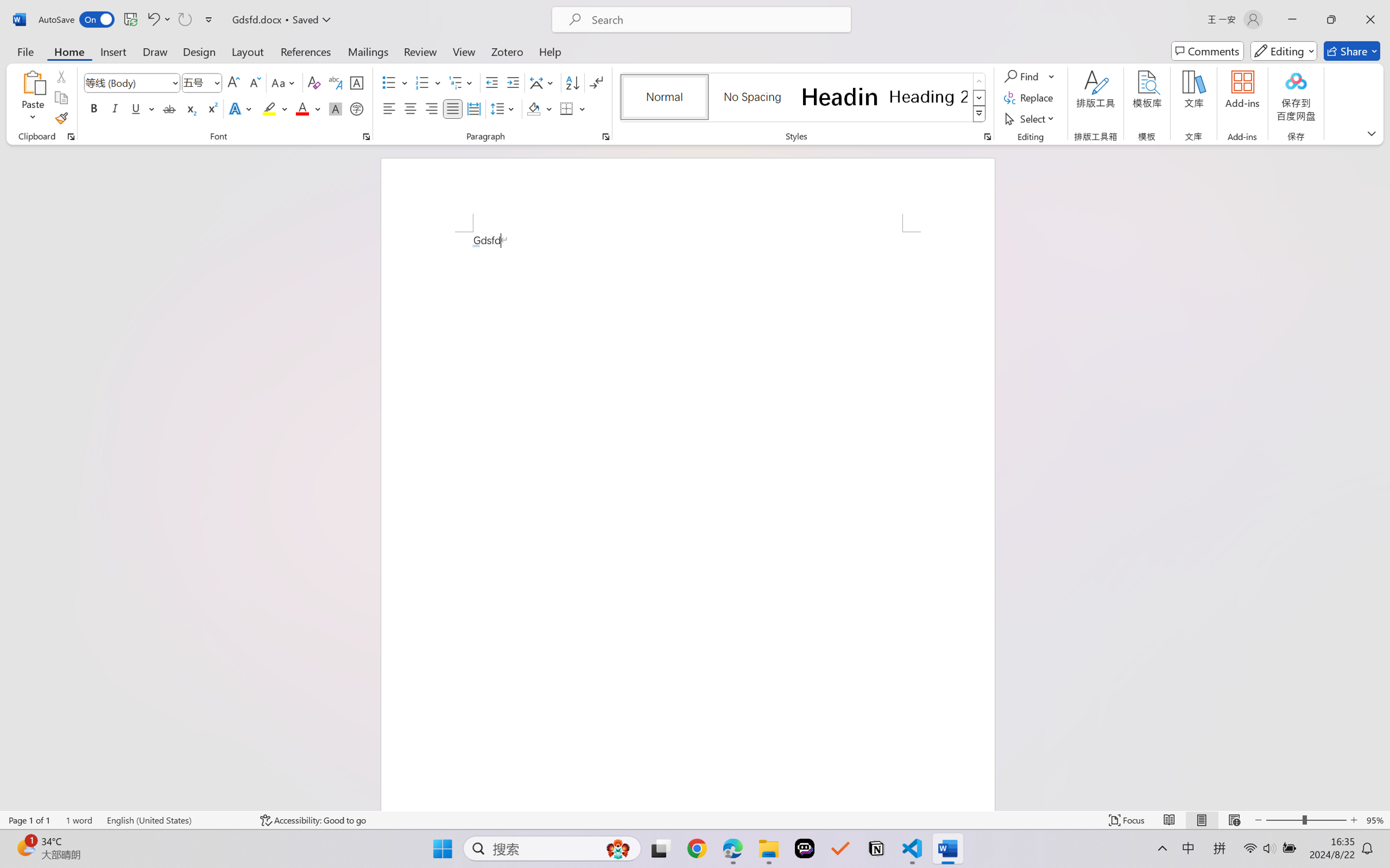  Describe the element at coordinates (269, 108) in the screenshot. I see `'Text Highlight Color Yellow'` at that location.